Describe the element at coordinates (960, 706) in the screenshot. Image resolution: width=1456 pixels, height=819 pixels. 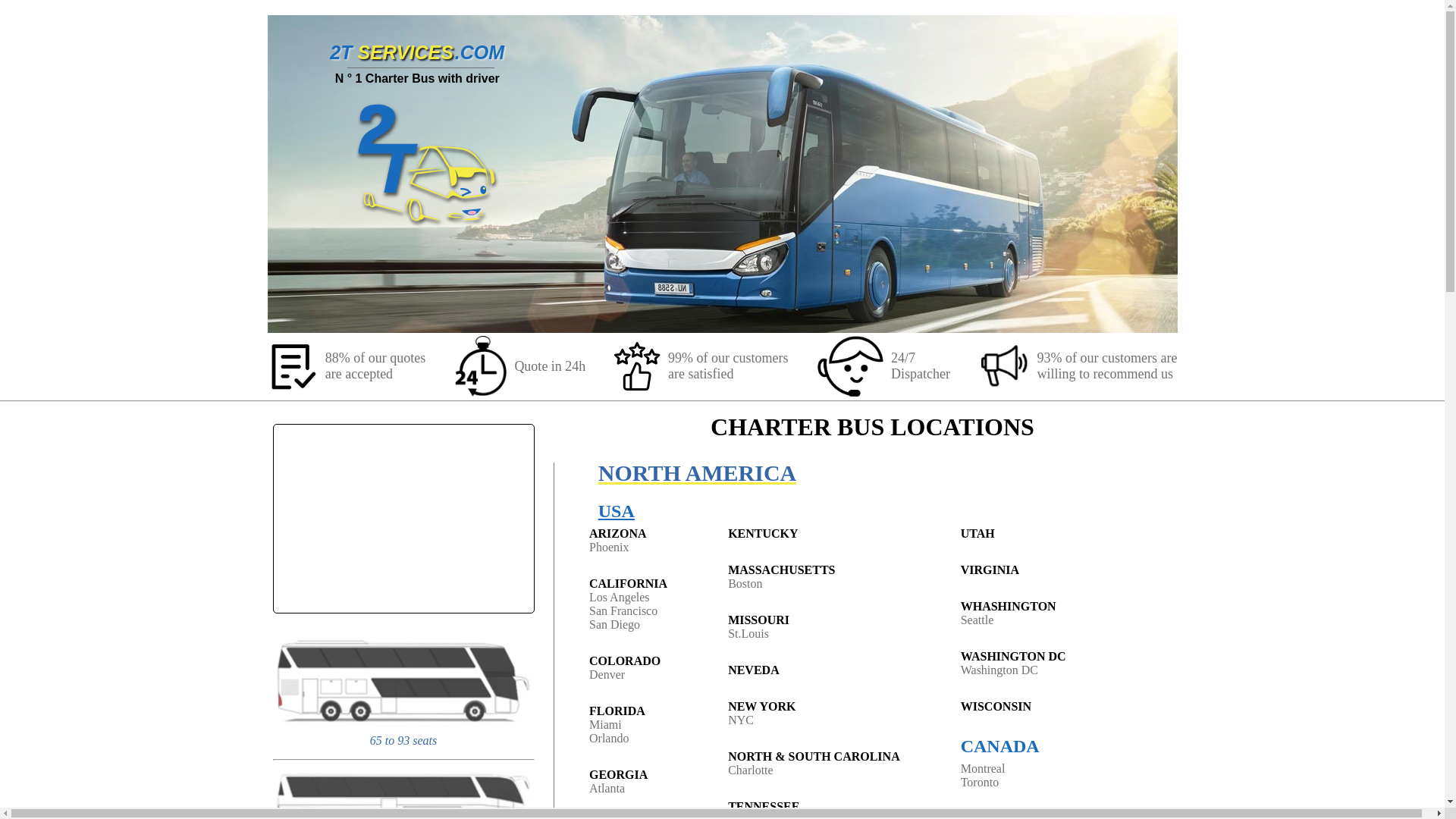
I see `'WISCONSIN'` at that location.